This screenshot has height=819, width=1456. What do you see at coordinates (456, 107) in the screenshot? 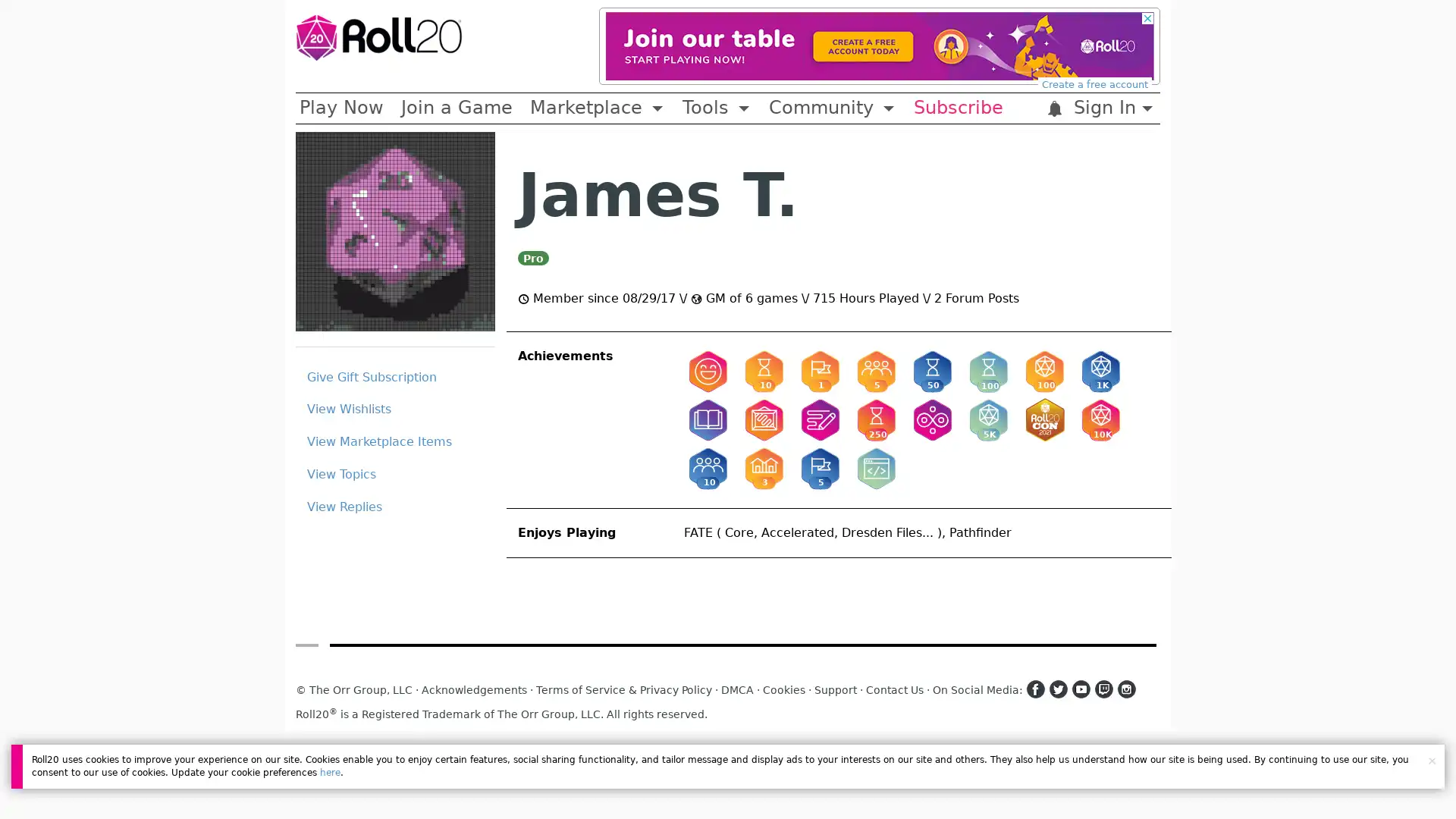
I see `Join a Game` at bounding box center [456, 107].